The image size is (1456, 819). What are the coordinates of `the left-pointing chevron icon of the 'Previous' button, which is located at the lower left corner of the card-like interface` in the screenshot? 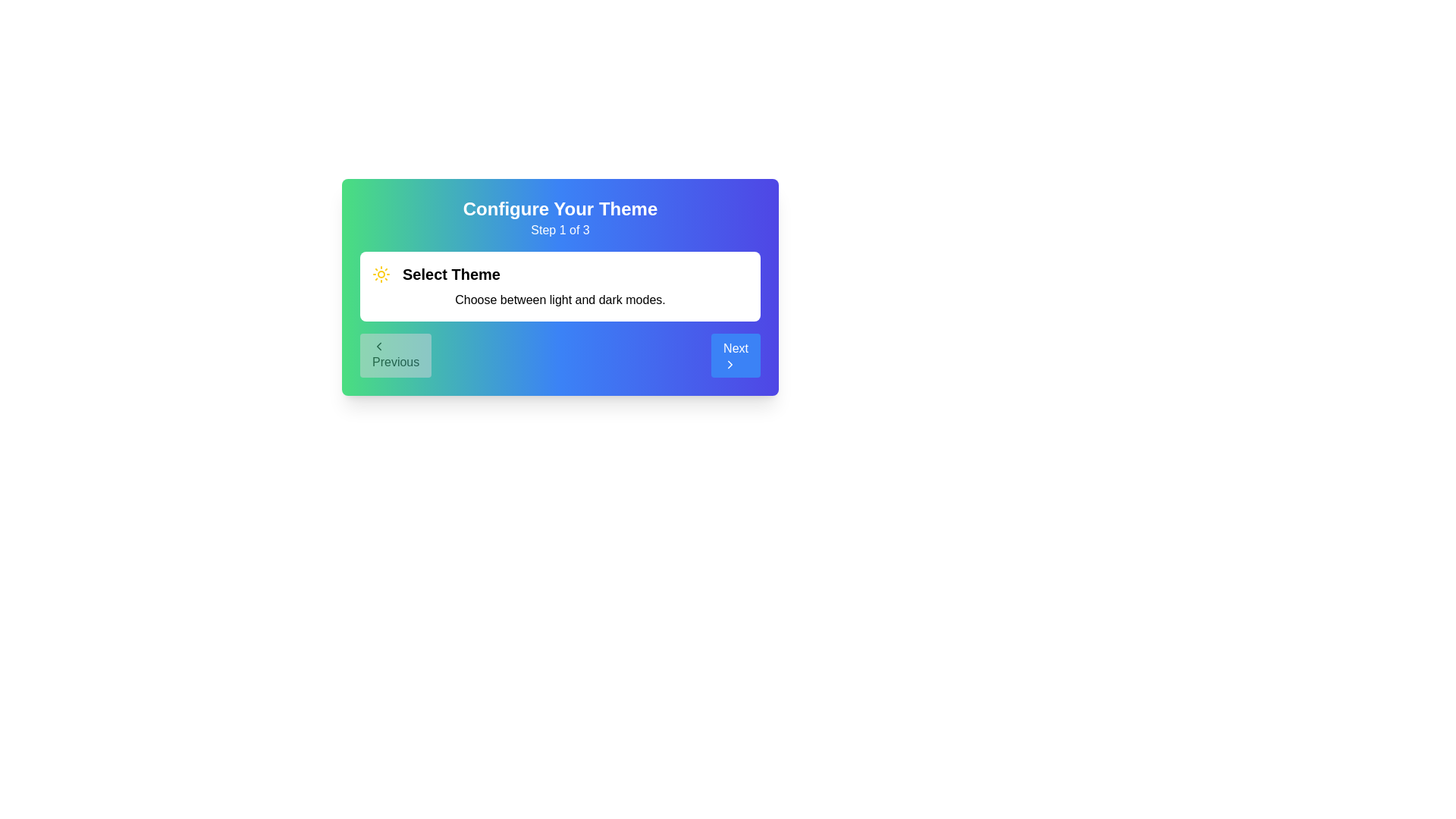 It's located at (378, 346).